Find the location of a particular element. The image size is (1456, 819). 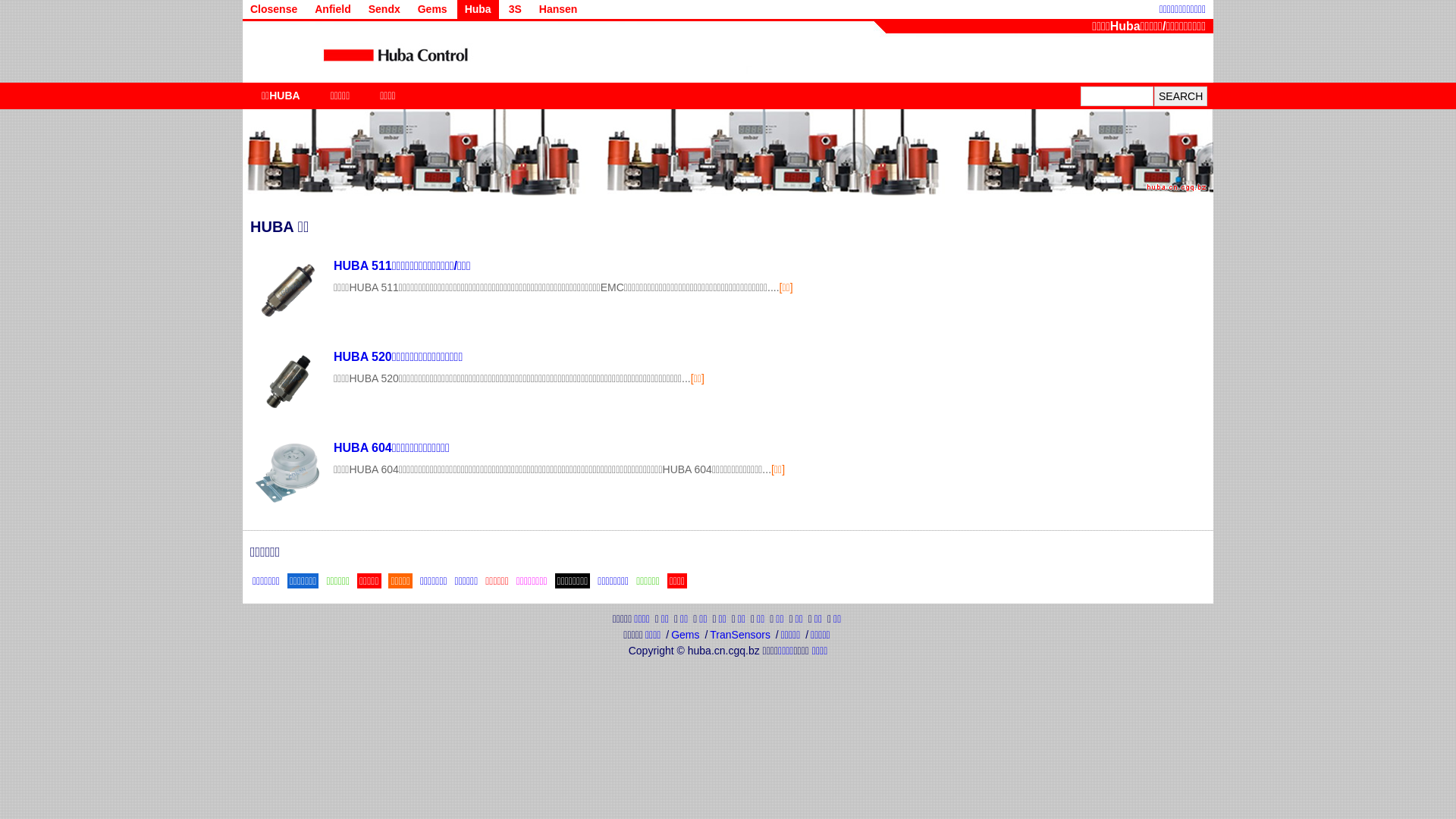

'Closense' is located at coordinates (243, 9).